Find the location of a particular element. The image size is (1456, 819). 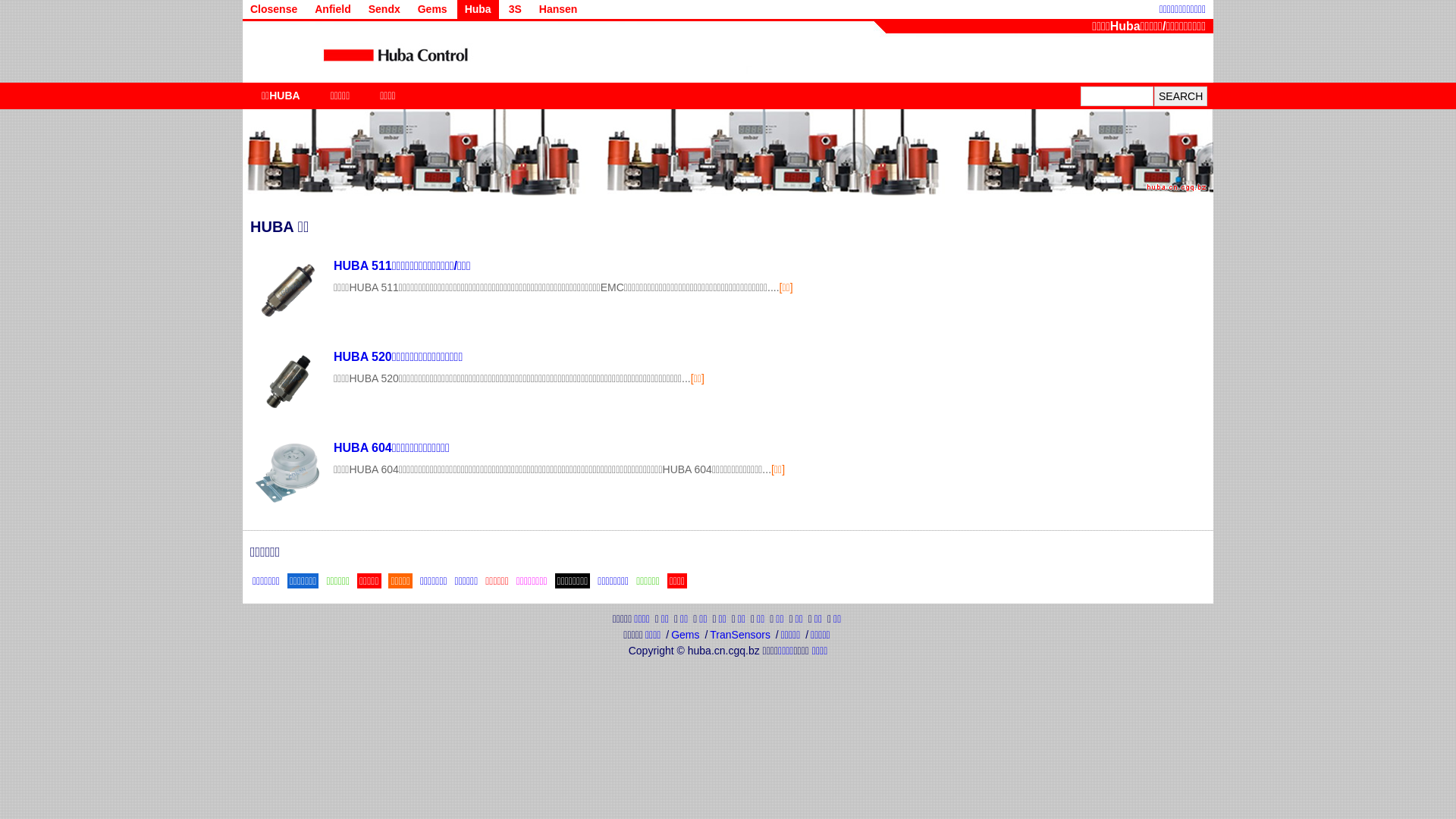

'Closense' is located at coordinates (243, 9).